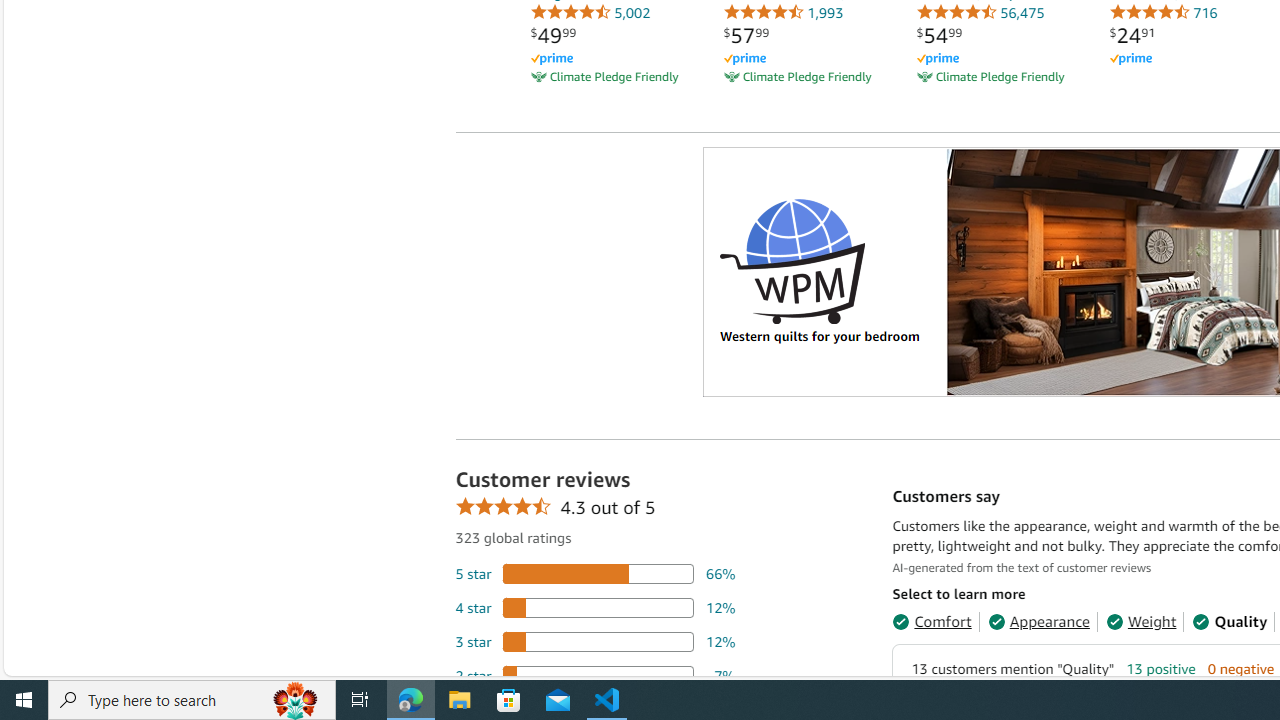  I want to click on 'Quality', so click(1229, 620).